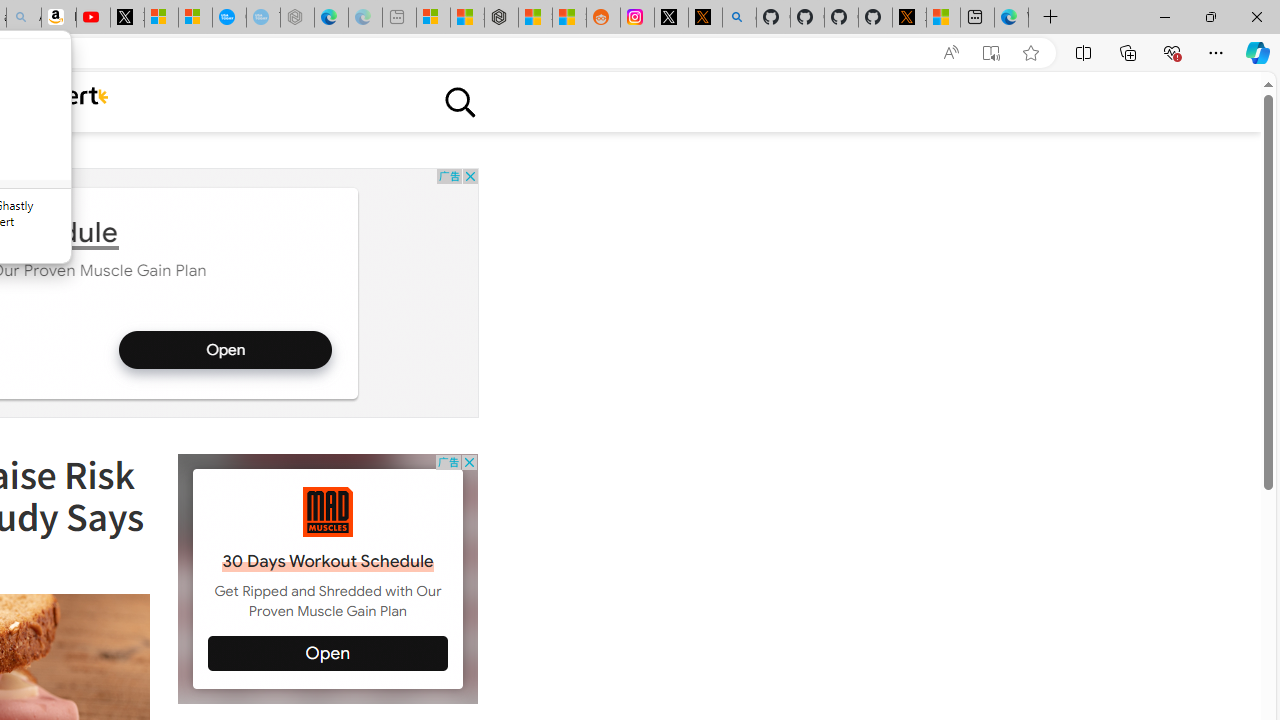 Image resolution: width=1280 pixels, height=720 pixels. I want to click on 'Opinion: Op-Ed and Commentary - USA TODAY', so click(229, 17).